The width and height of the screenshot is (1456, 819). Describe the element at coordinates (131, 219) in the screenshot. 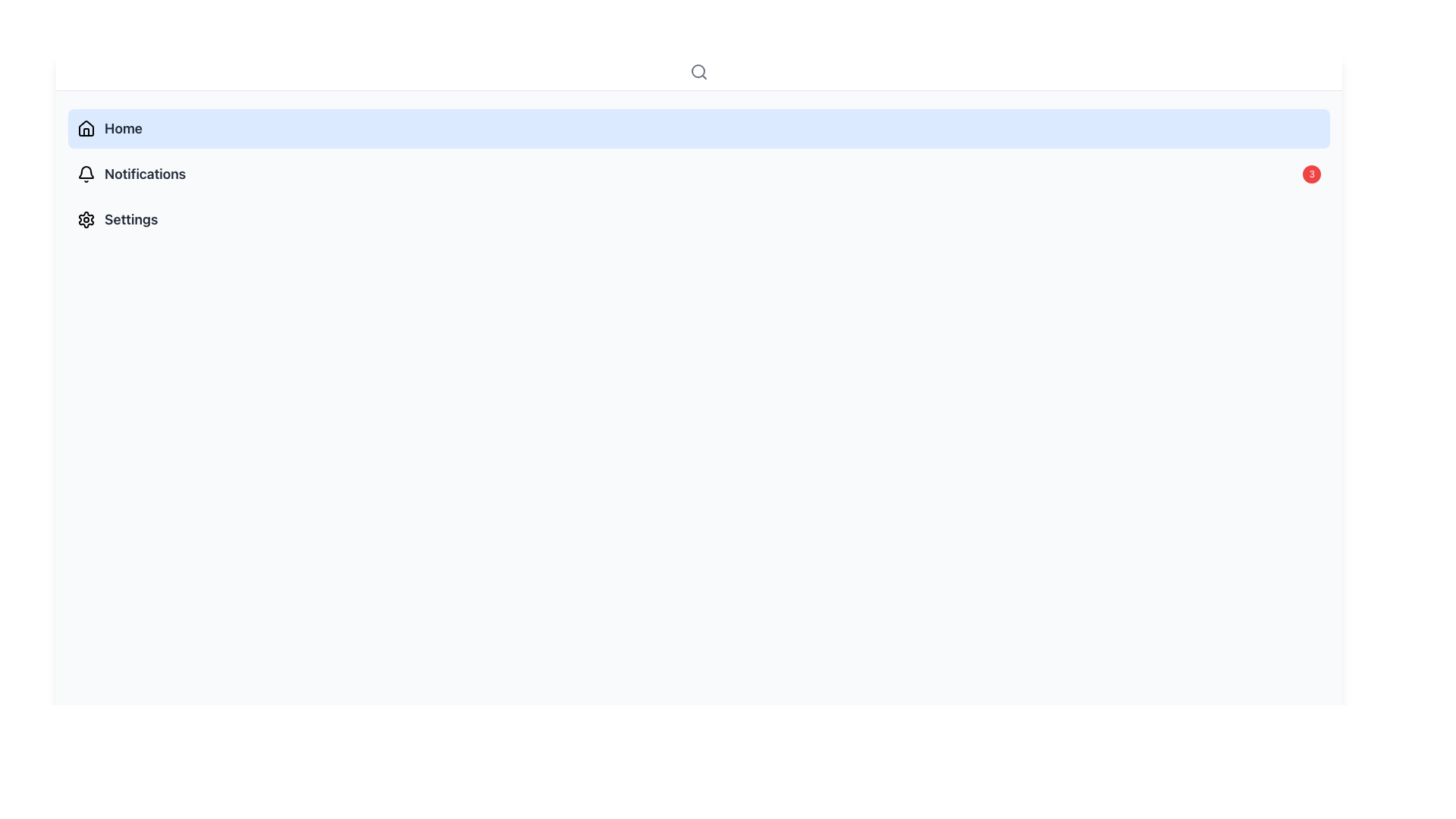

I see `the text label for the application settings menu entry` at that location.